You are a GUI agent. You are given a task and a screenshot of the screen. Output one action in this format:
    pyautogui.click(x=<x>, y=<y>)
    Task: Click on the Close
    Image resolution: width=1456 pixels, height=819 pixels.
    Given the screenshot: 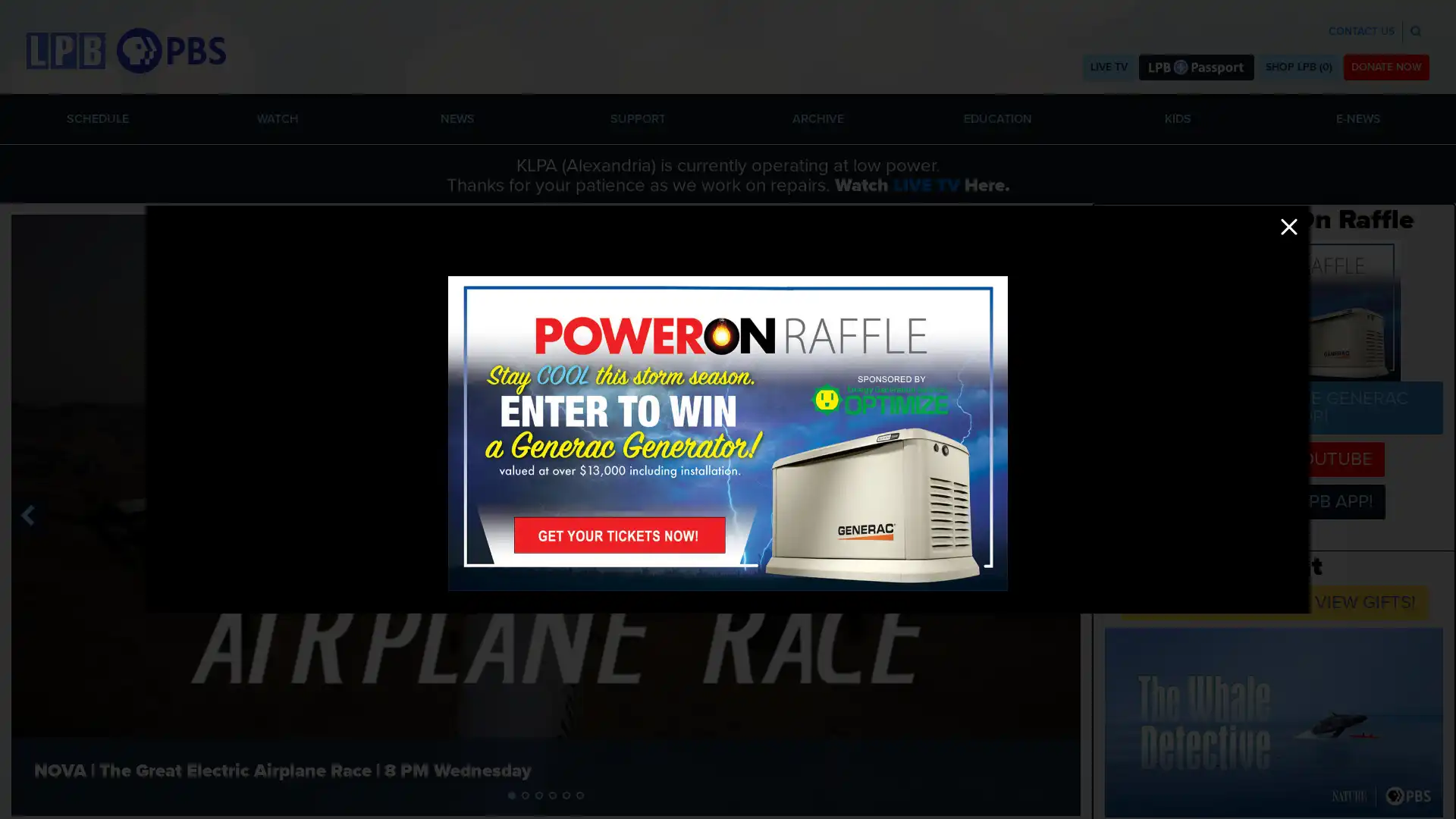 What is the action you would take?
    pyautogui.click(x=1288, y=227)
    